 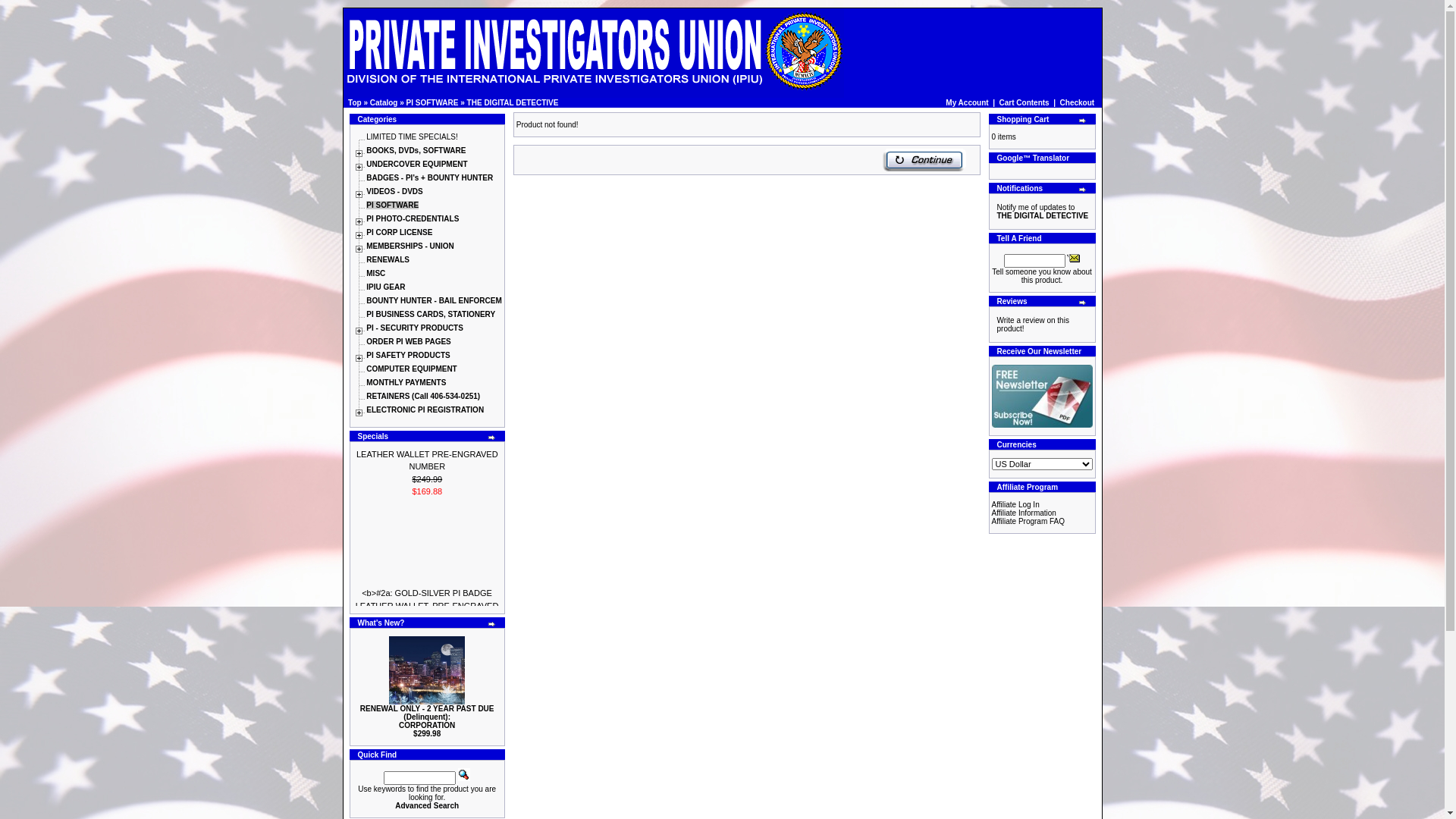 I want to click on 'Affiliate Log In', so click(x=1015, y=504).